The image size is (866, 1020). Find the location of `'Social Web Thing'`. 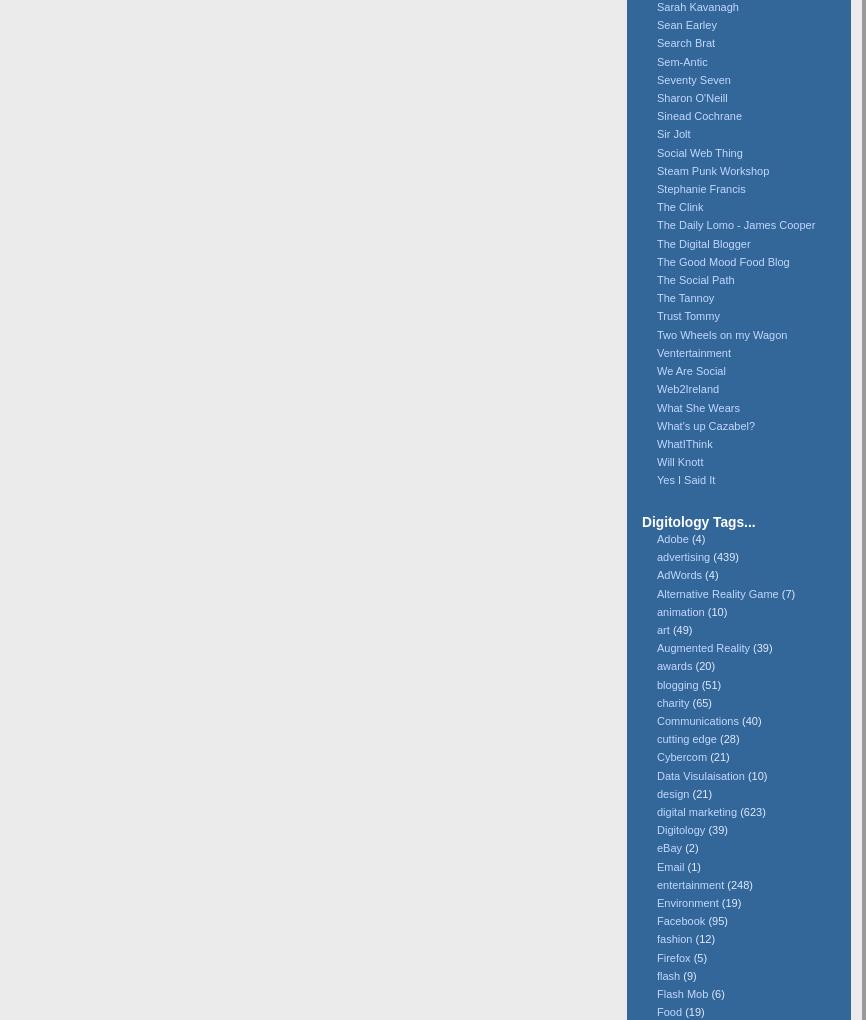

'Social Web Thing' is located at coordinates (698, 151).